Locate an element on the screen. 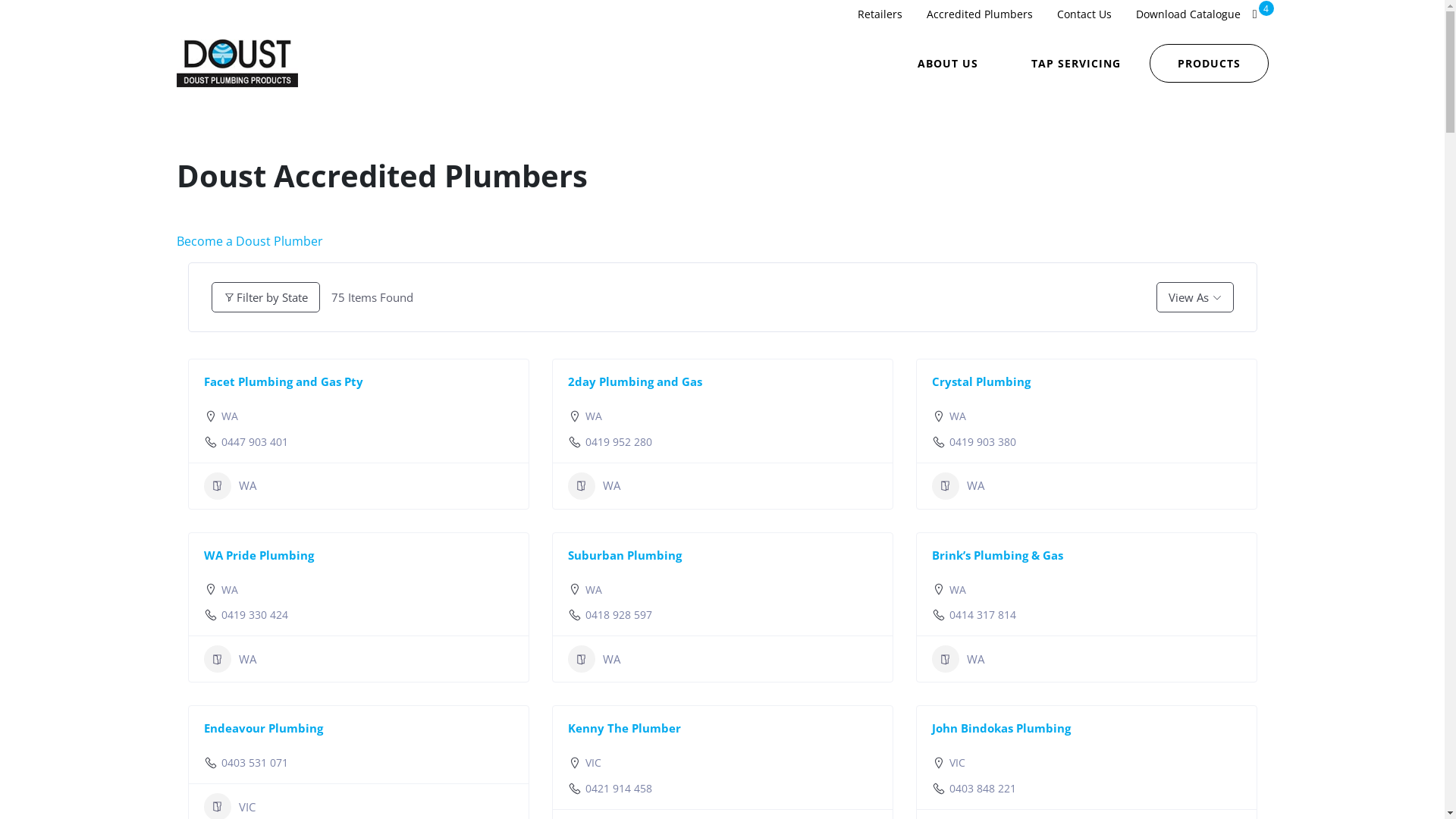 This screenshot has width=1456, height=819. 'ABOUT US' is located at coordinates (946, 62).